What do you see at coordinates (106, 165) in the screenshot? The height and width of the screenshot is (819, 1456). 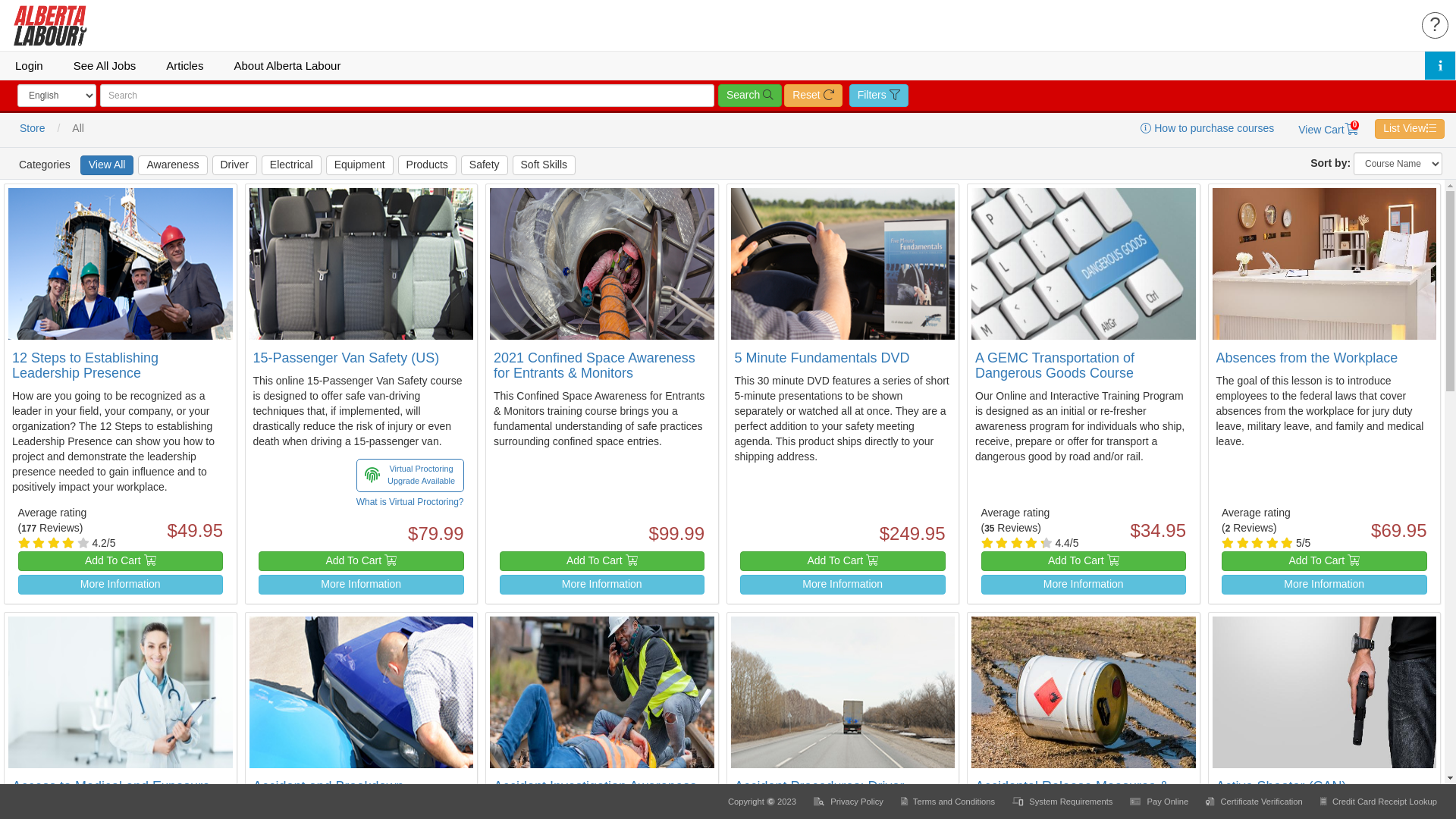 I see `'View All'` at bounding box center [106, 165].